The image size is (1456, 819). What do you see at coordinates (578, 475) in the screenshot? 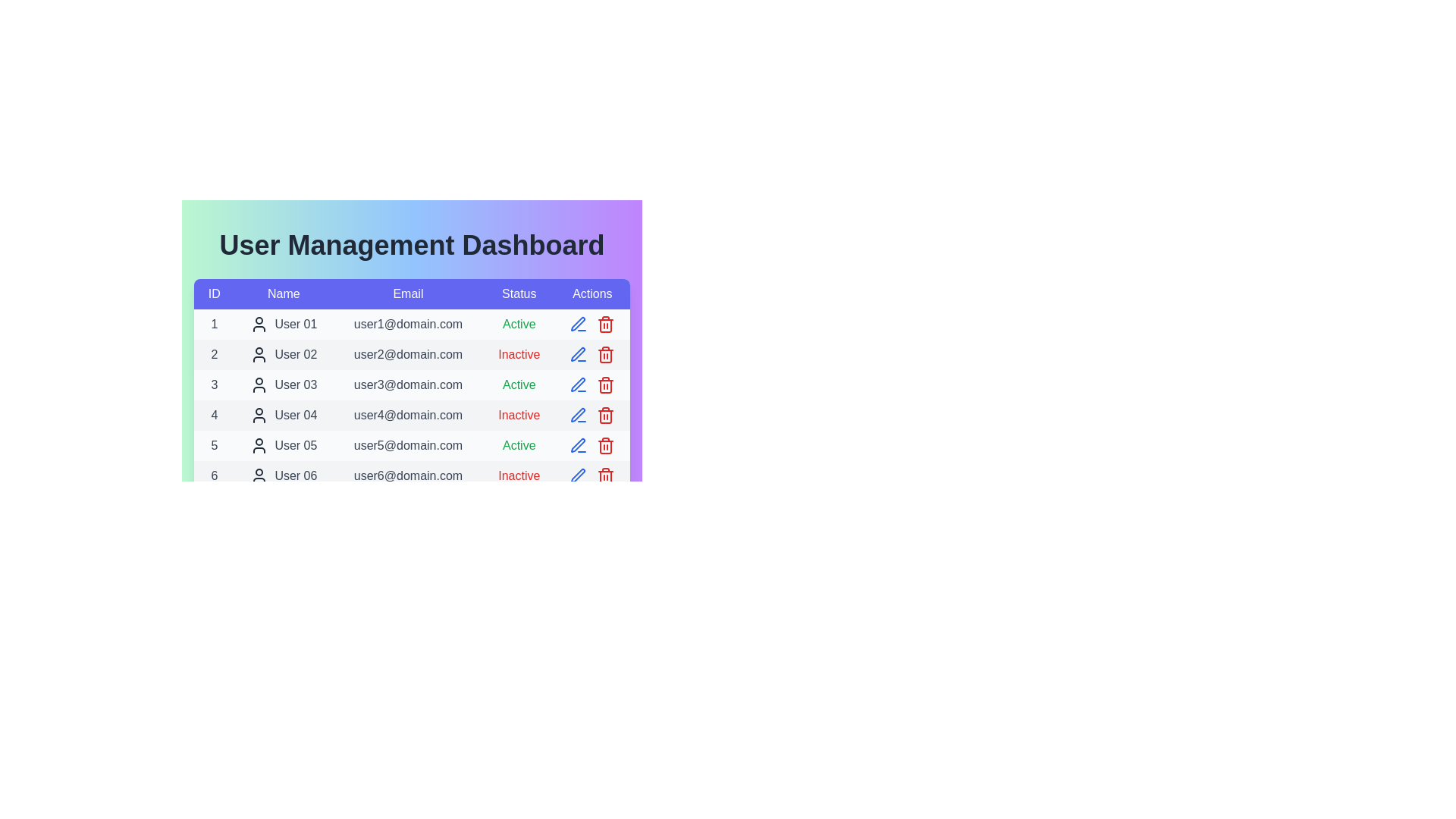
I see `the edit icon for the user with ID 6` at bounding box center [578, 475].